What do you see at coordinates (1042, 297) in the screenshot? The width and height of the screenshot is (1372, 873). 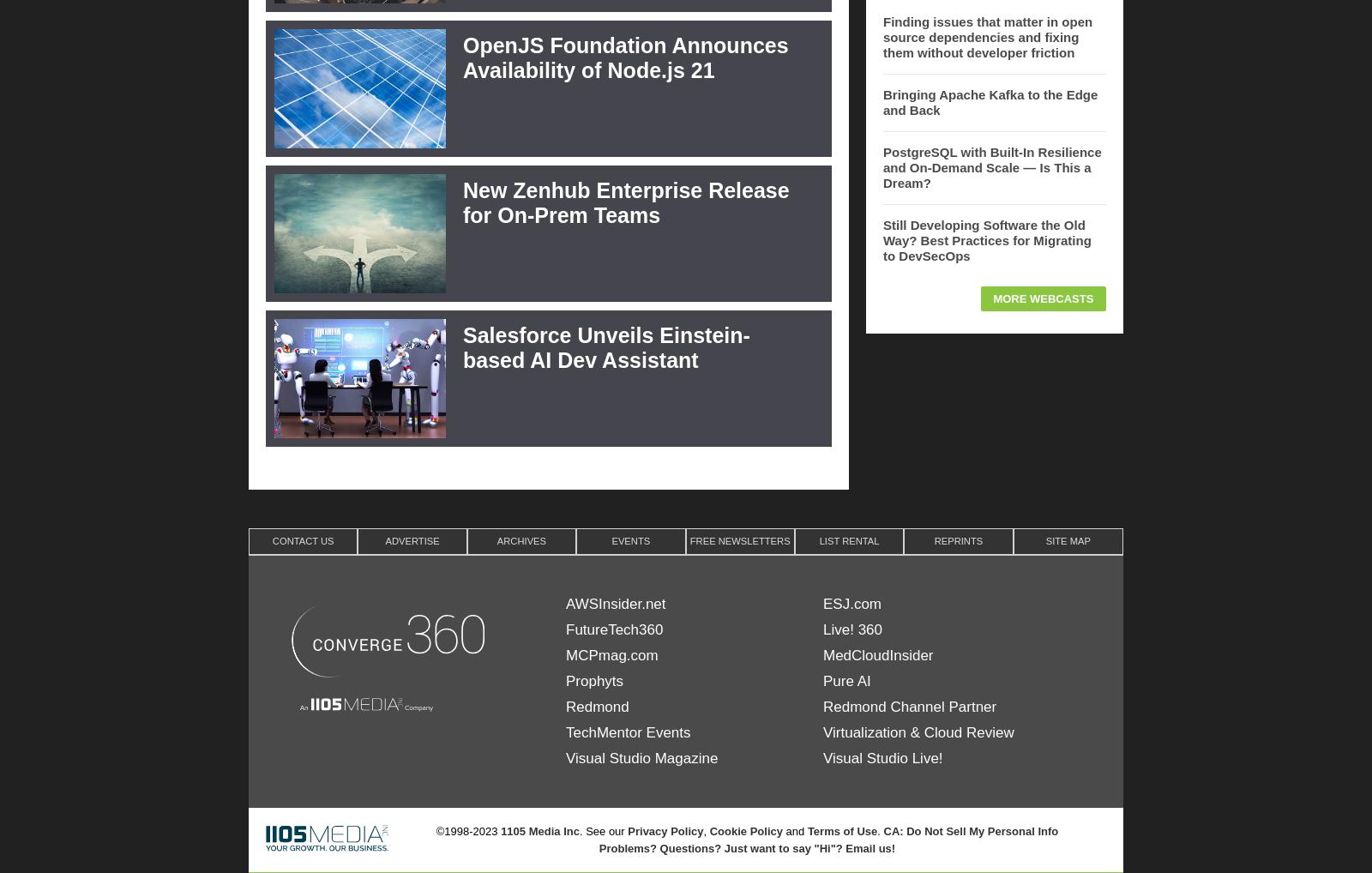 I see `'More Webcasts'` at bounding box center [1042, 297].